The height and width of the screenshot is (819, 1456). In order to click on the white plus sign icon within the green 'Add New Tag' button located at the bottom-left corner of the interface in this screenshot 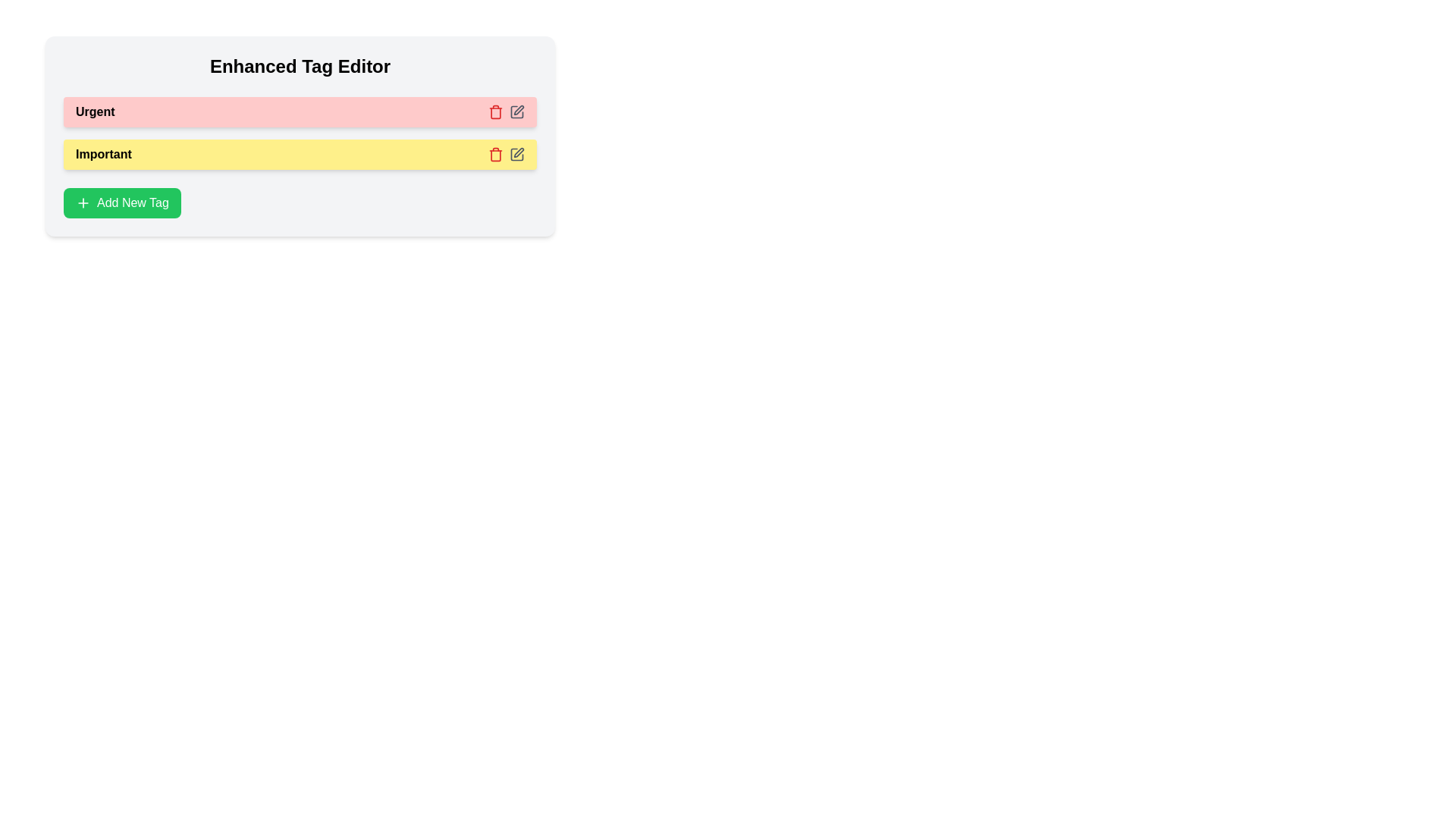, I will do `click(83, 202)`.